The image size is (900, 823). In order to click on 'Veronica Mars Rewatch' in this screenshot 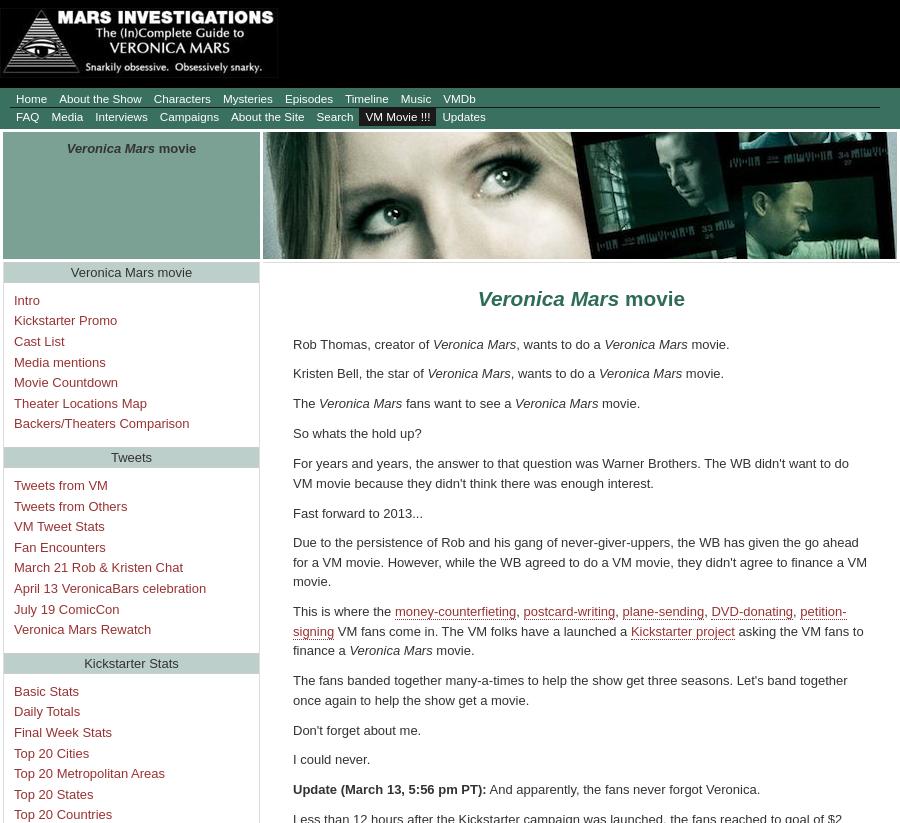, I will do `click(13, 628)`.